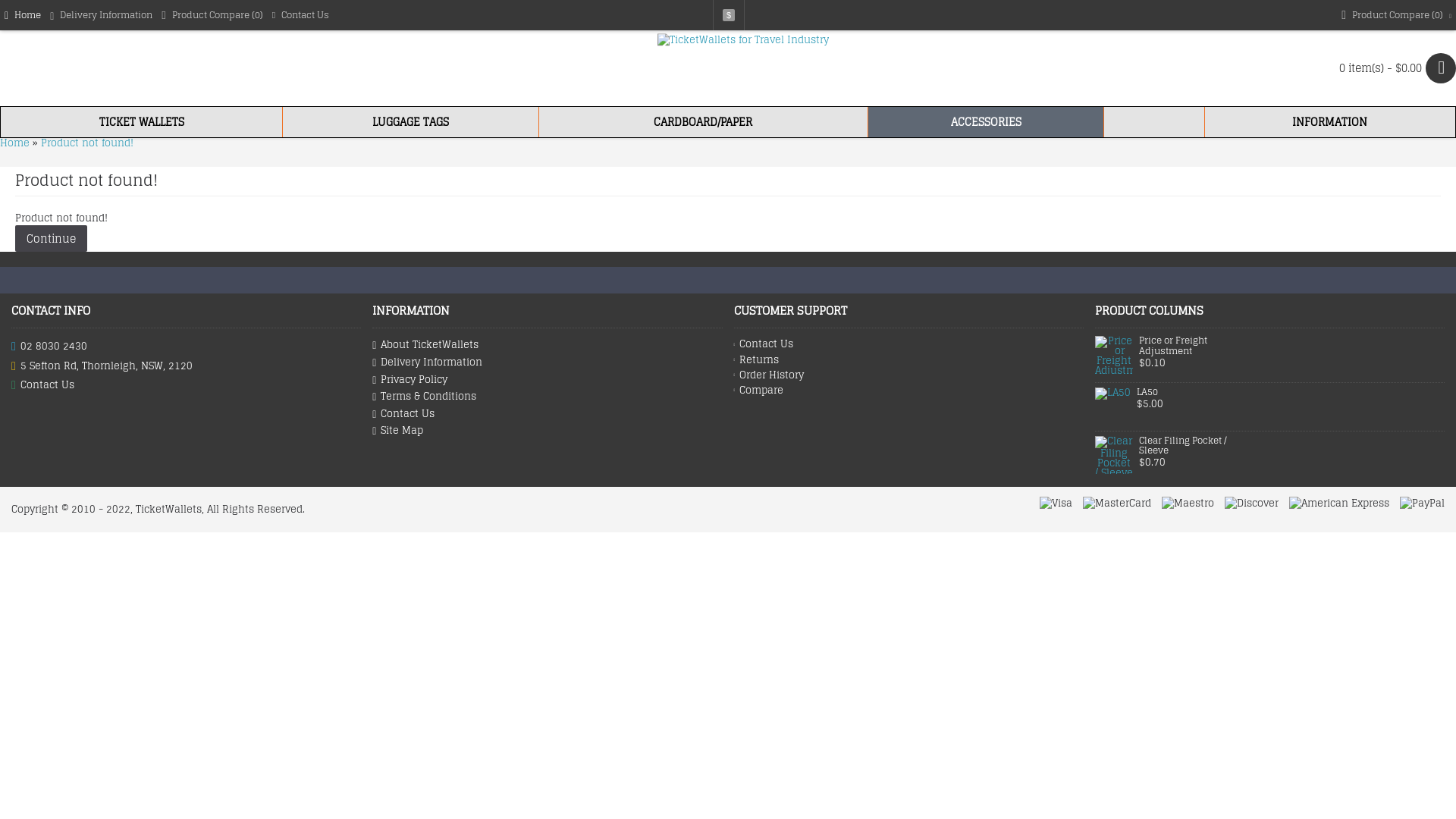 This screenshot has height=819, width=1456. I want to click on 'Clear Filing Pocket / Sleeve', so click(1192, 444).